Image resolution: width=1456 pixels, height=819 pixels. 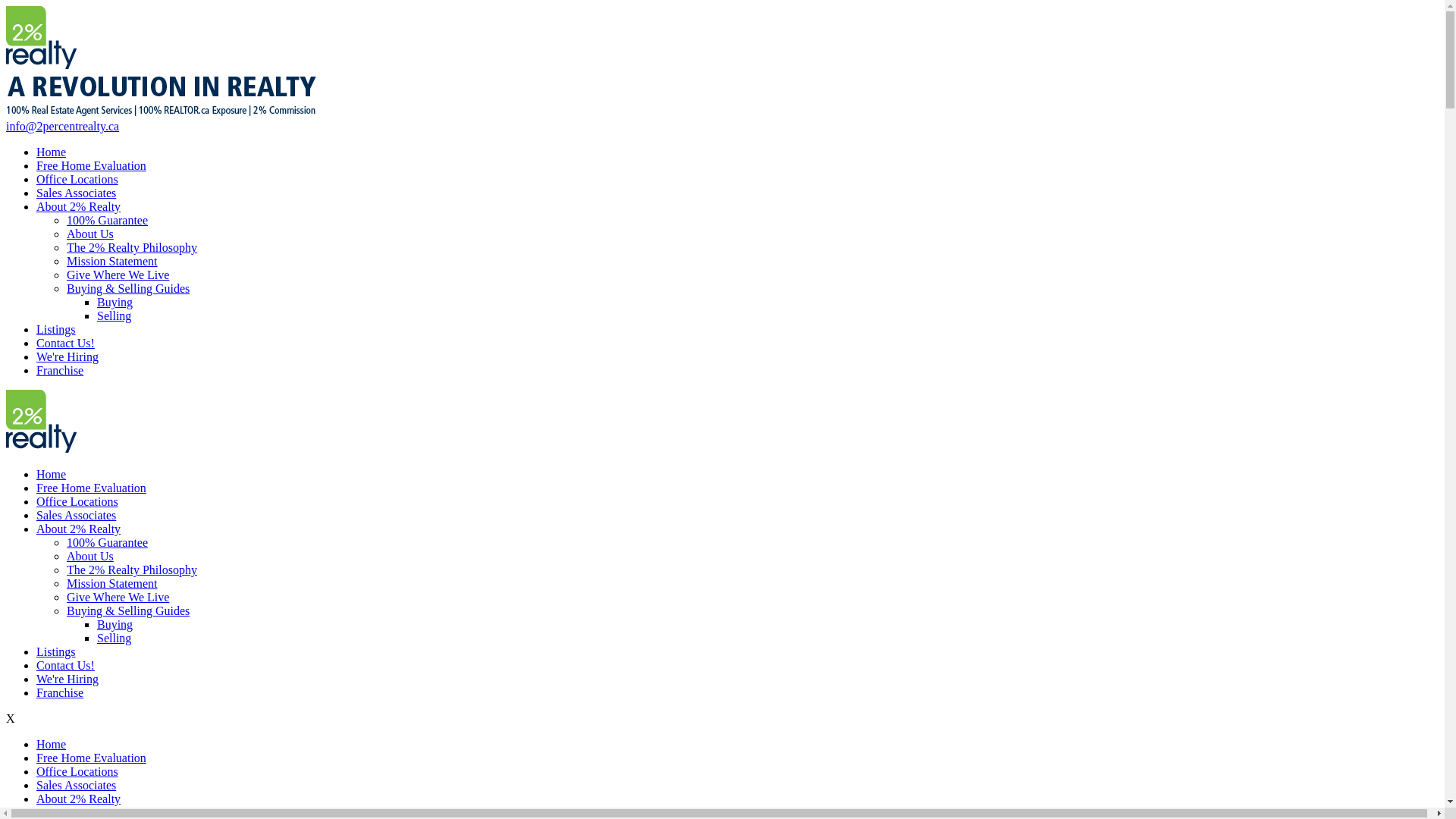 What do you see at coordinates (114, 302) in the screenshot?
I see `'Buying'` at bounding box center [114, 302].